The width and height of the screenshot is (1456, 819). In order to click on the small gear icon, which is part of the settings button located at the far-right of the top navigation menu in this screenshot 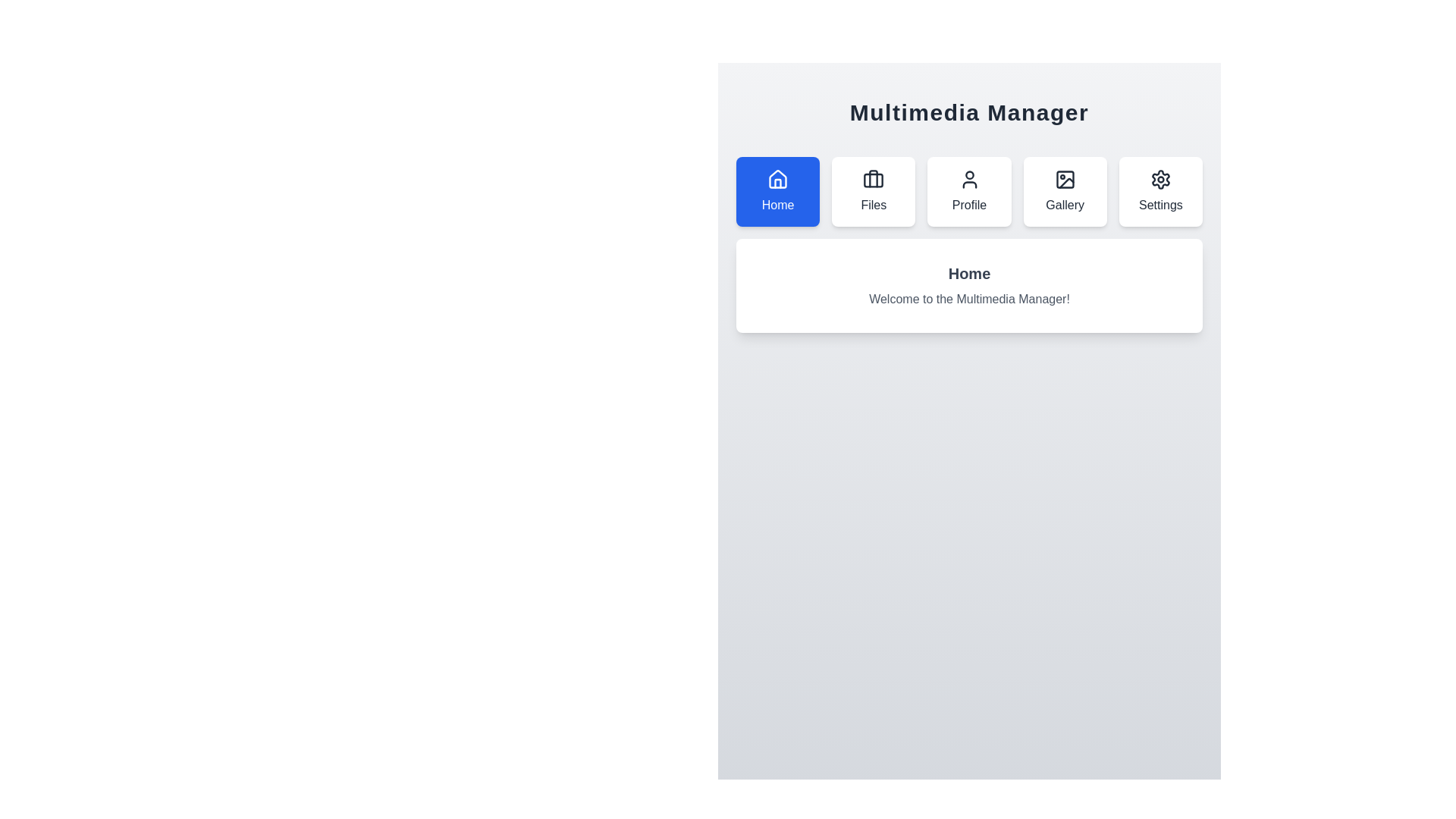, I will do `click(1159, 178)`.